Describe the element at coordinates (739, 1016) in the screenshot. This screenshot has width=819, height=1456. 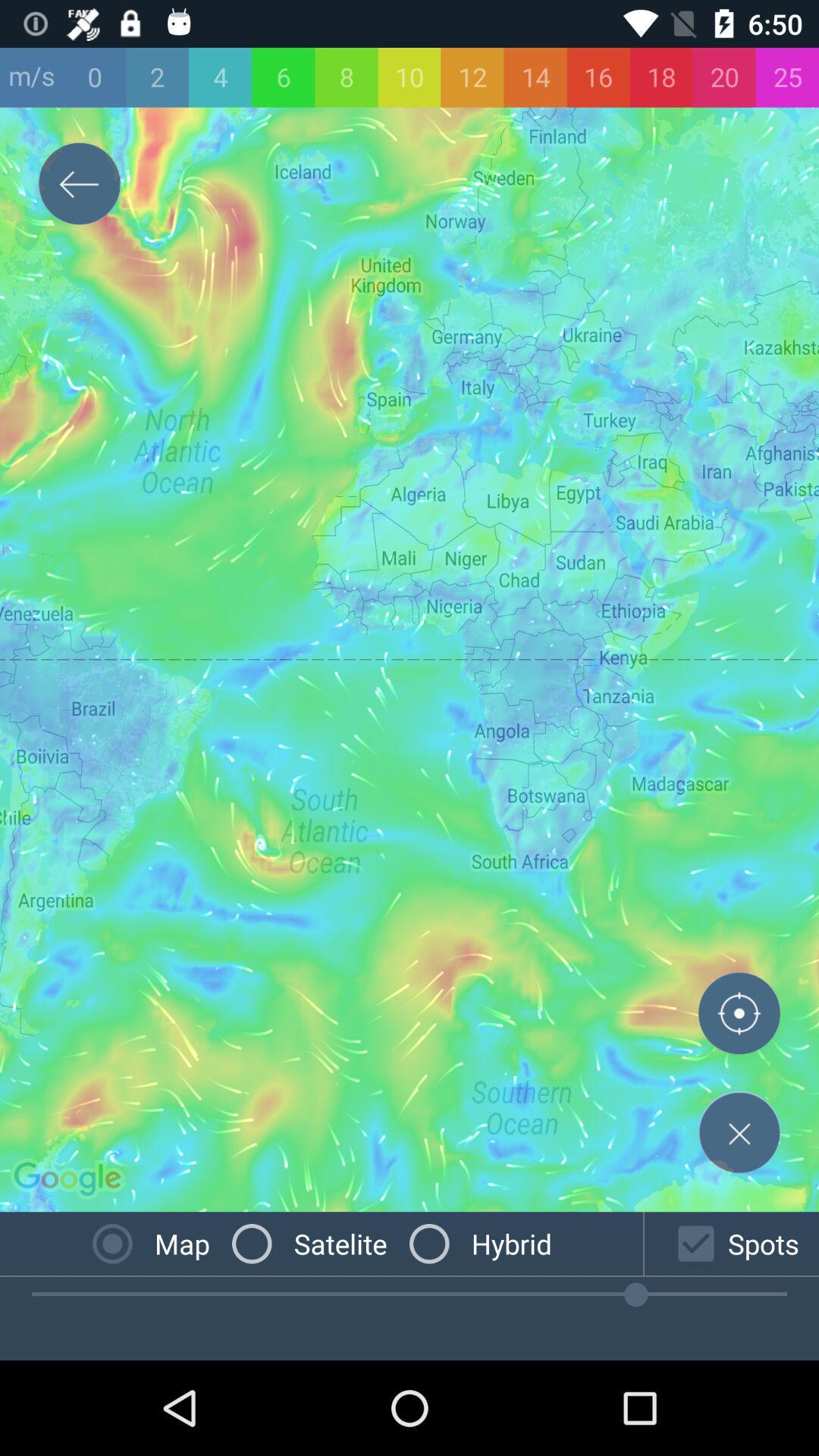
I see `the add icon` at that location.